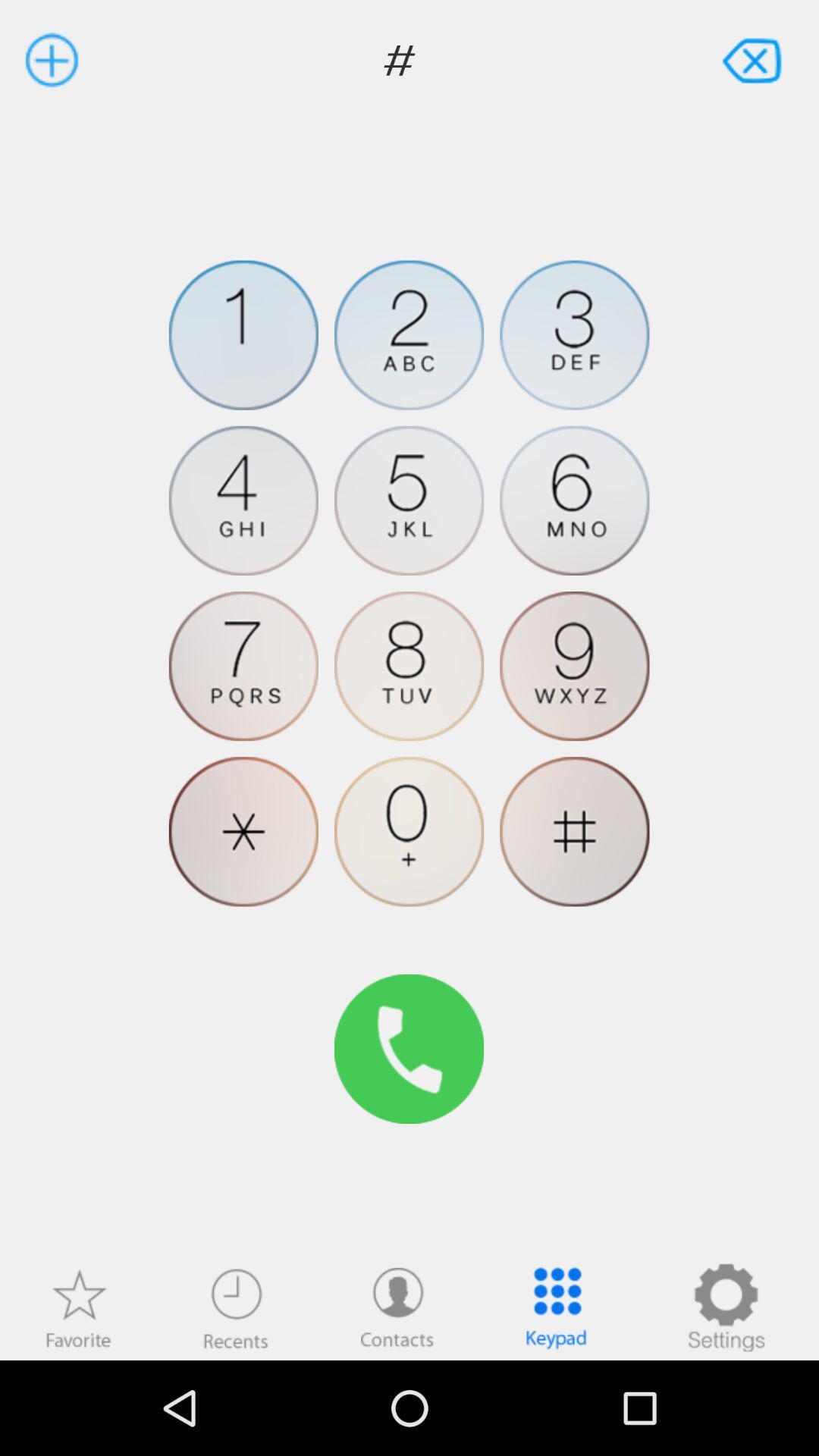 Image resolution: width=819 pixels, height=1456 pixels. I want to click on app next to the # icon, so click(754, 59).